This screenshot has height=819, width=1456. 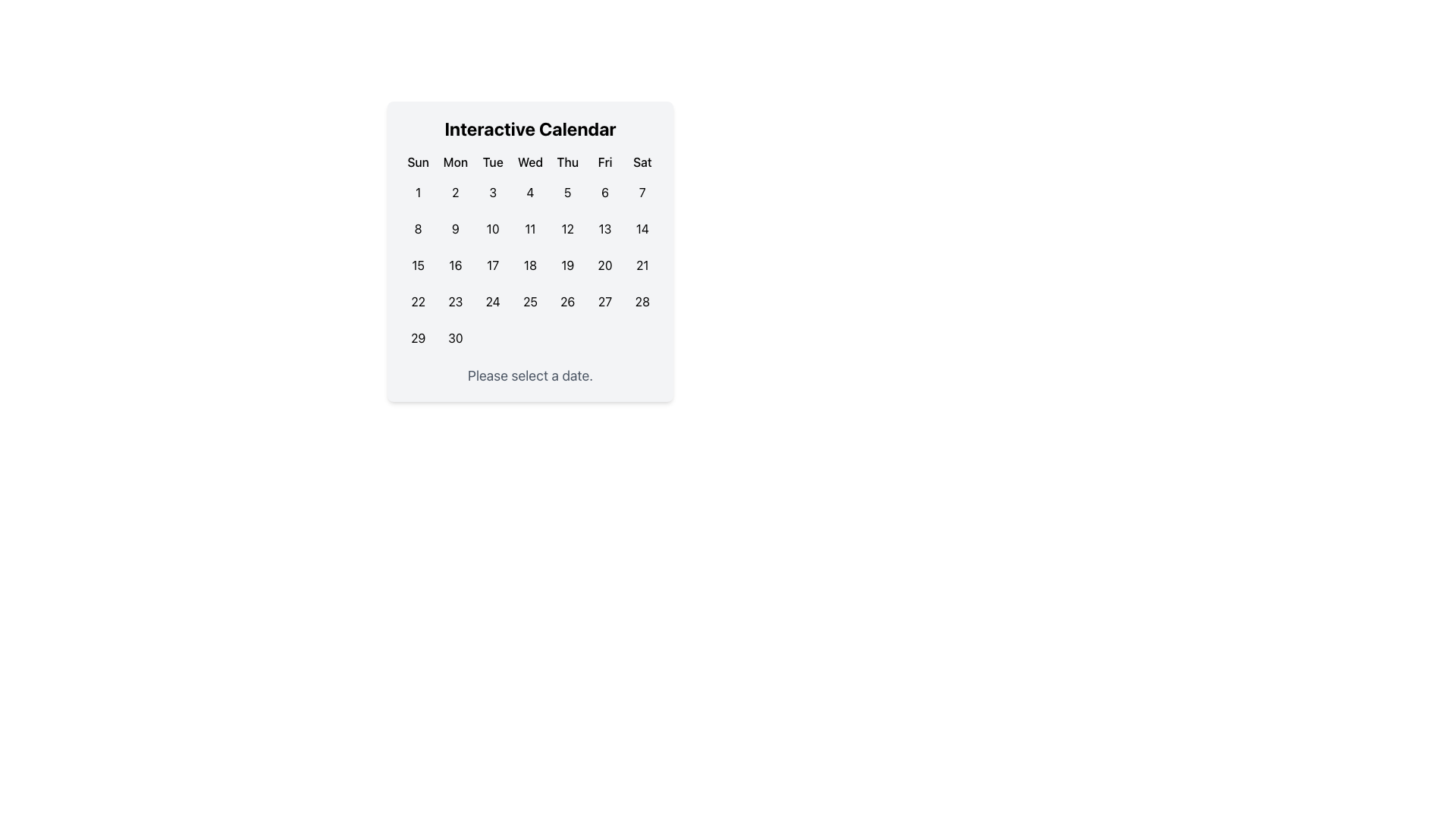 I want to click on the clickable calendar day cell displaying the number '8', so click(x=418, y=228).